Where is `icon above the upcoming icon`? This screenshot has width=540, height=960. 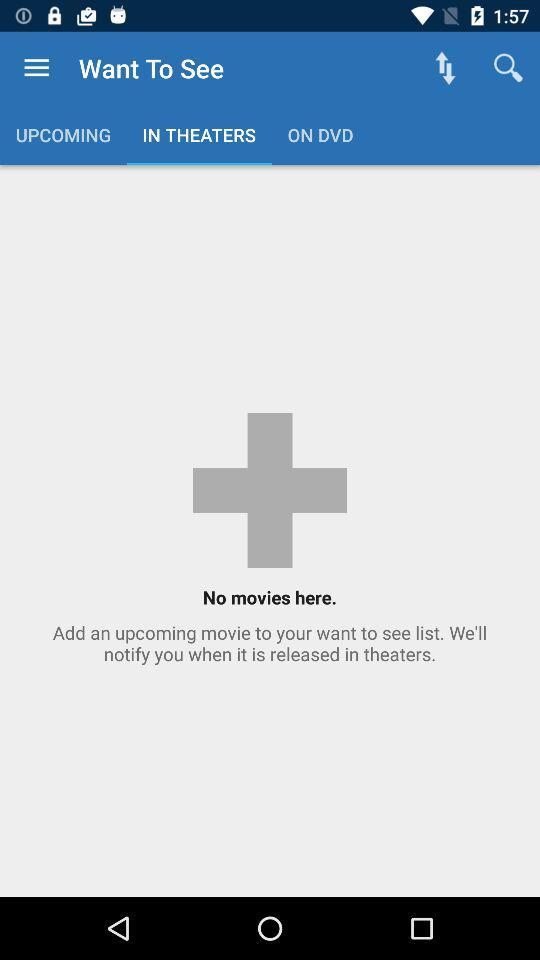
icon above the upcoming icon is located at coordinates (36, 68).